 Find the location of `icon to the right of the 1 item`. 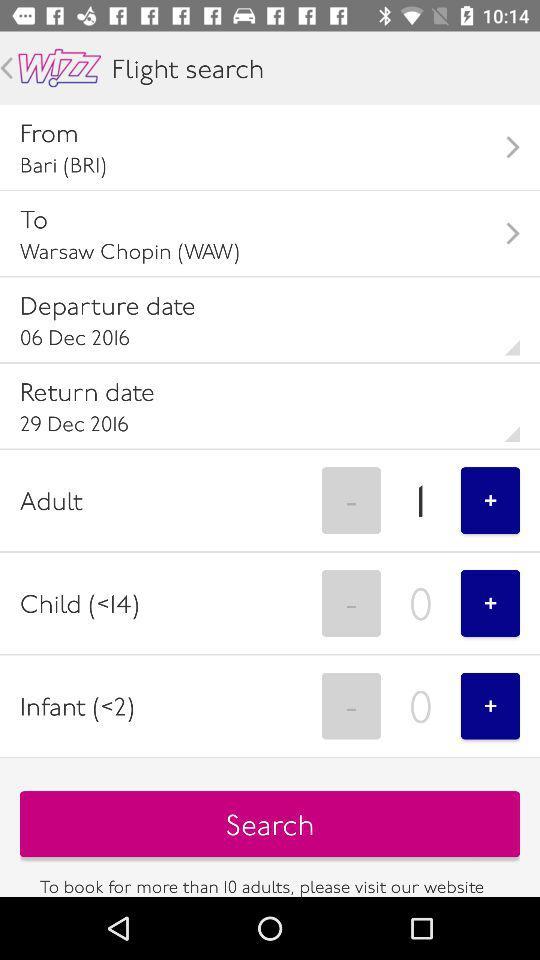

icon to the right of the 1 item is located at coordinates (489, 499).